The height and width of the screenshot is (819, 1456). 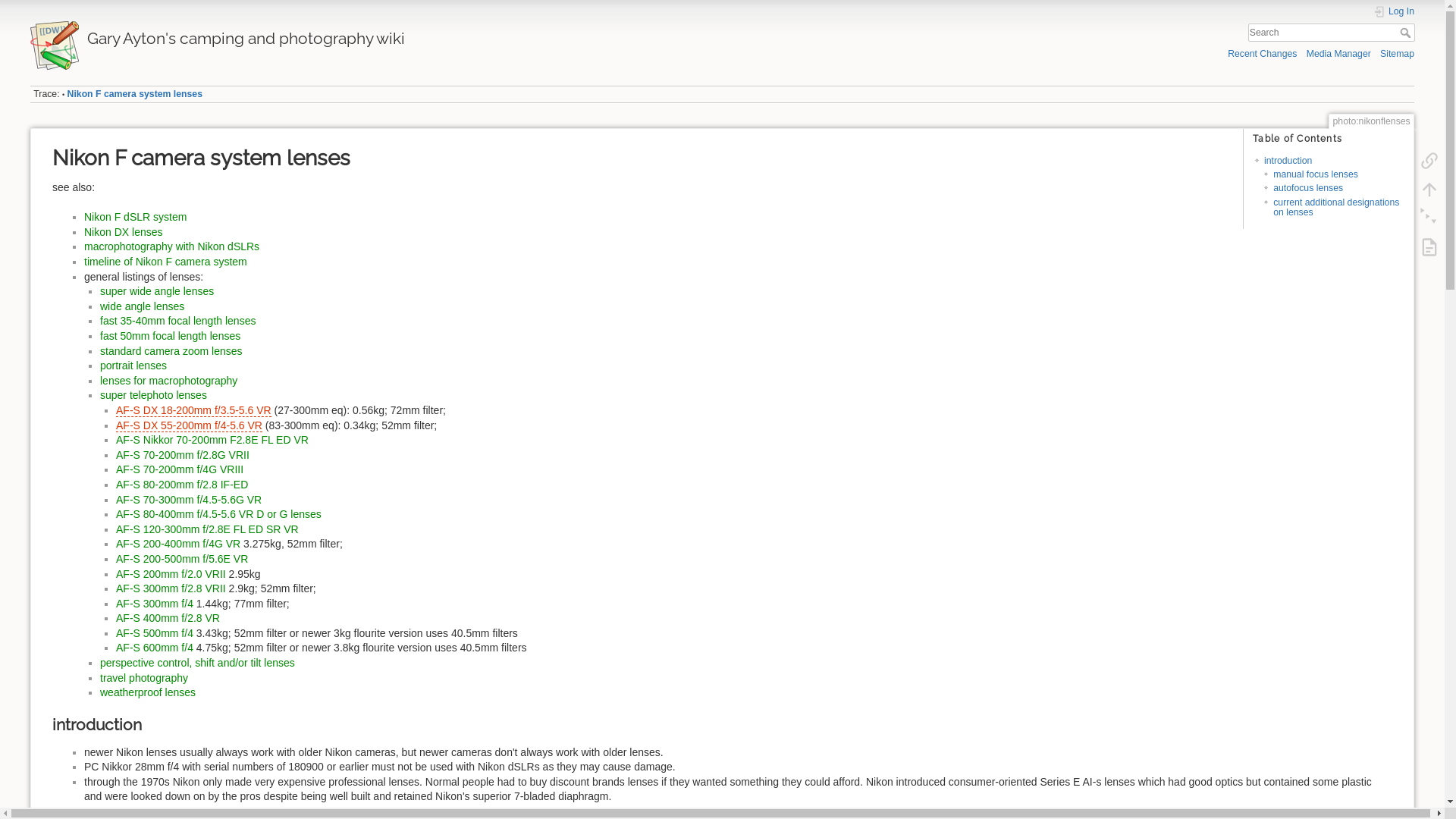 I want to click on 'wide angle lenses', so click(x=142, y=306).